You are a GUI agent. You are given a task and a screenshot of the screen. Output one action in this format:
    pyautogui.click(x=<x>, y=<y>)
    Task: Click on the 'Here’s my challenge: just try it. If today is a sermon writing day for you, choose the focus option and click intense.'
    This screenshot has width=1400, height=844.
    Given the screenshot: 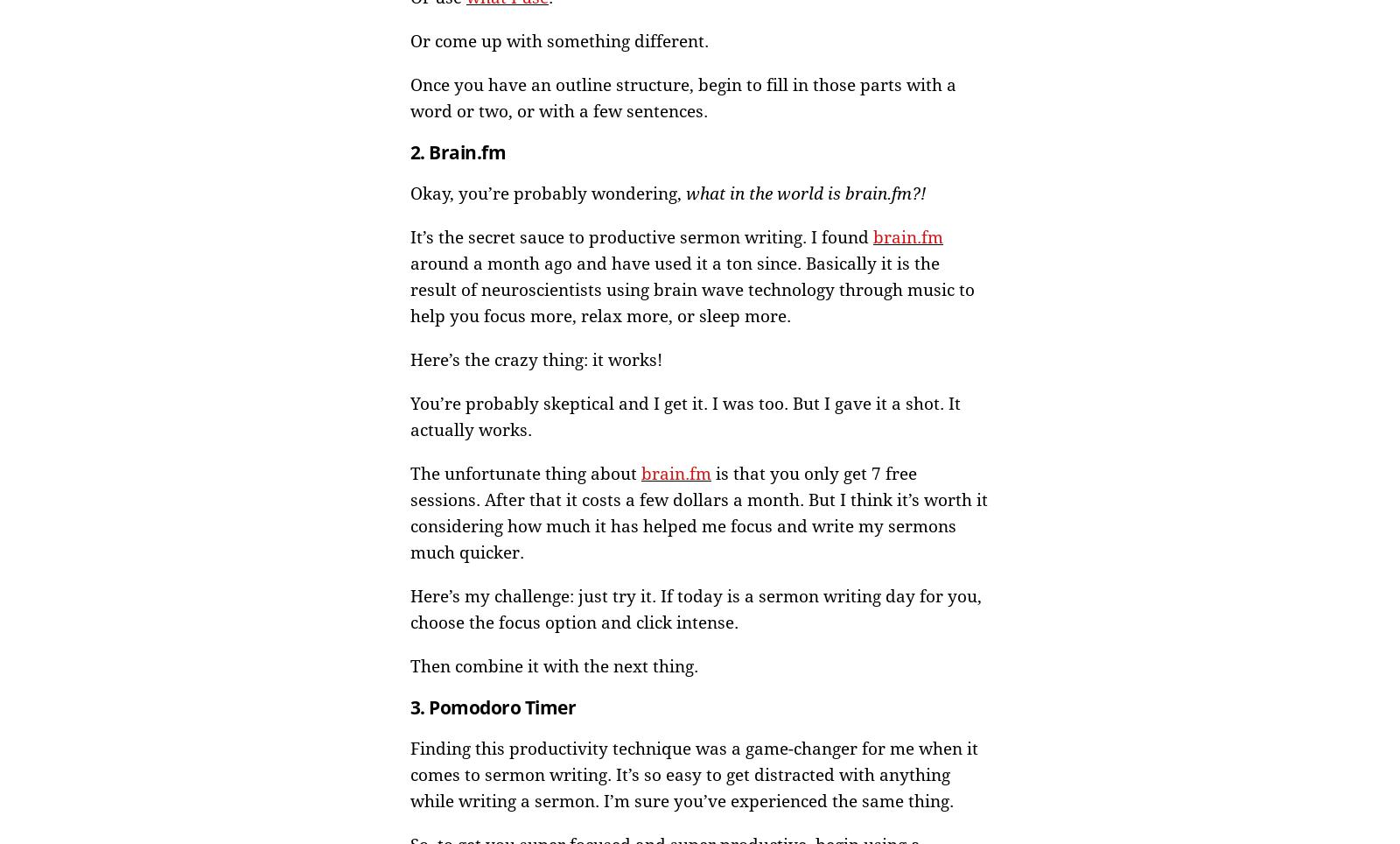 What is the action you would take?
    pyautogui.click(x=696, y=608)
    